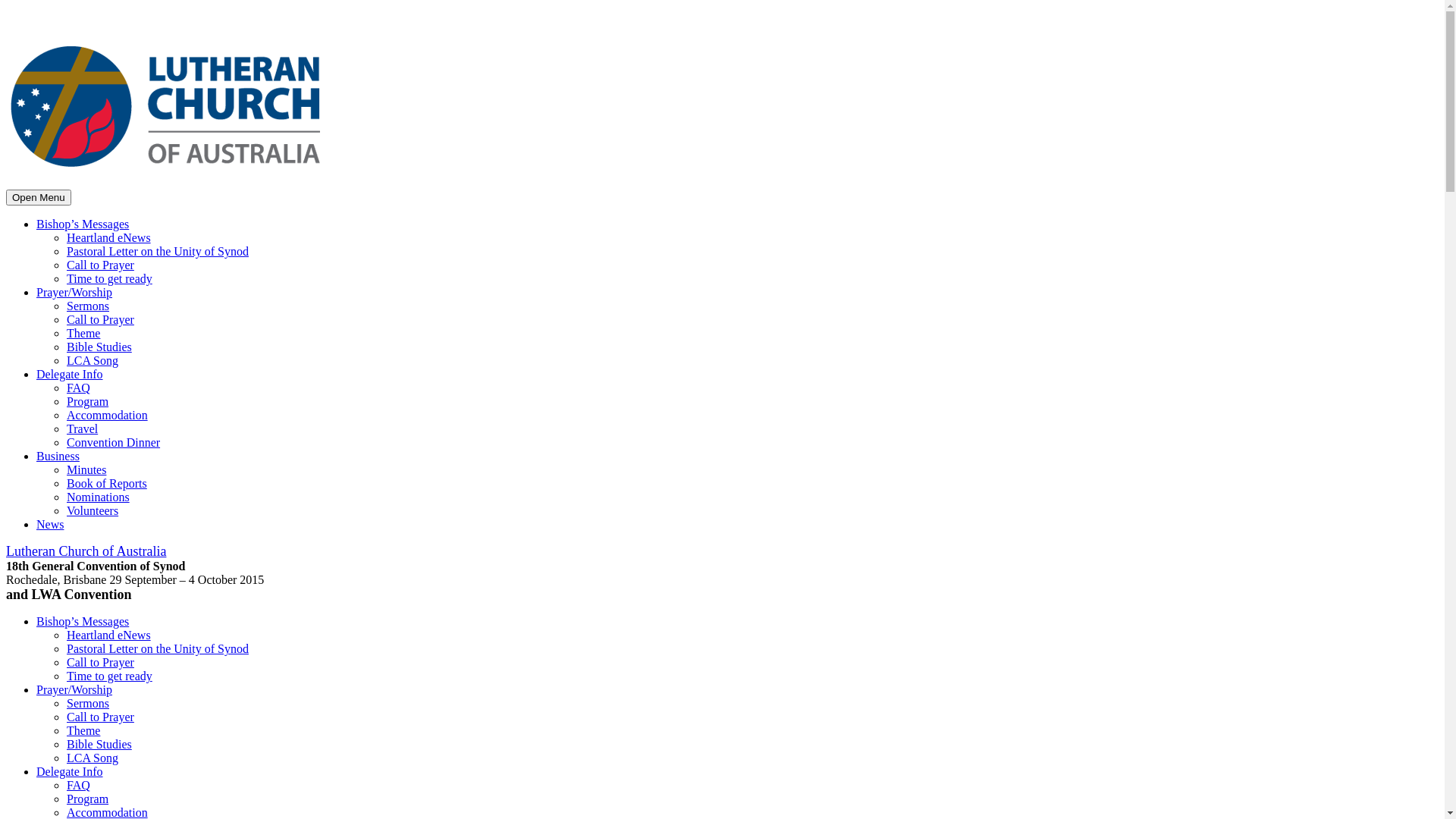 This screenshot has width=1456, height=819. I want to click on 'Call to Prayer', so click(99, 661).